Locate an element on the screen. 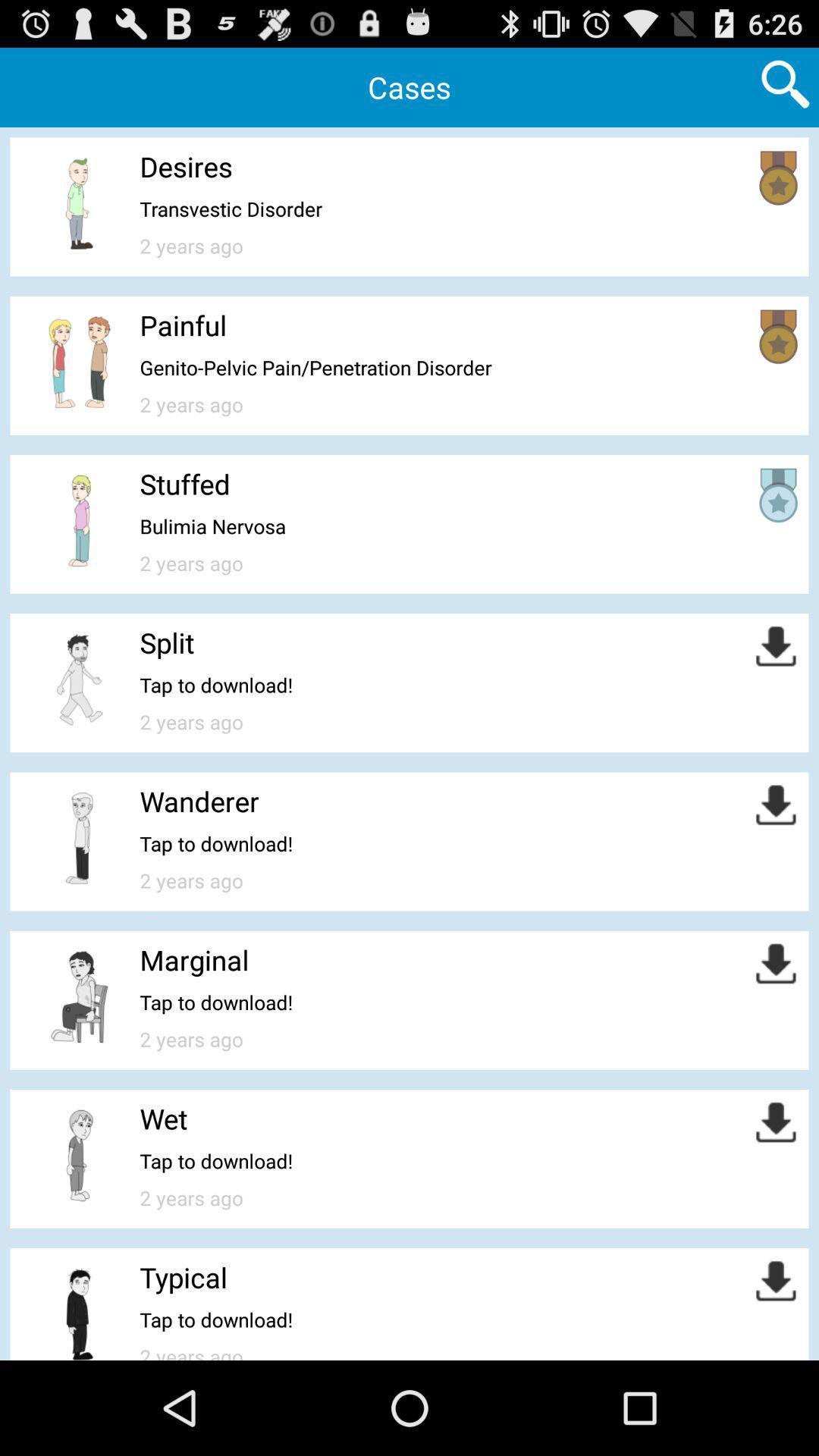 The width and height of the screenshot is (819, 1456). app above the tap to download! item is located at coordinates (199, 800).